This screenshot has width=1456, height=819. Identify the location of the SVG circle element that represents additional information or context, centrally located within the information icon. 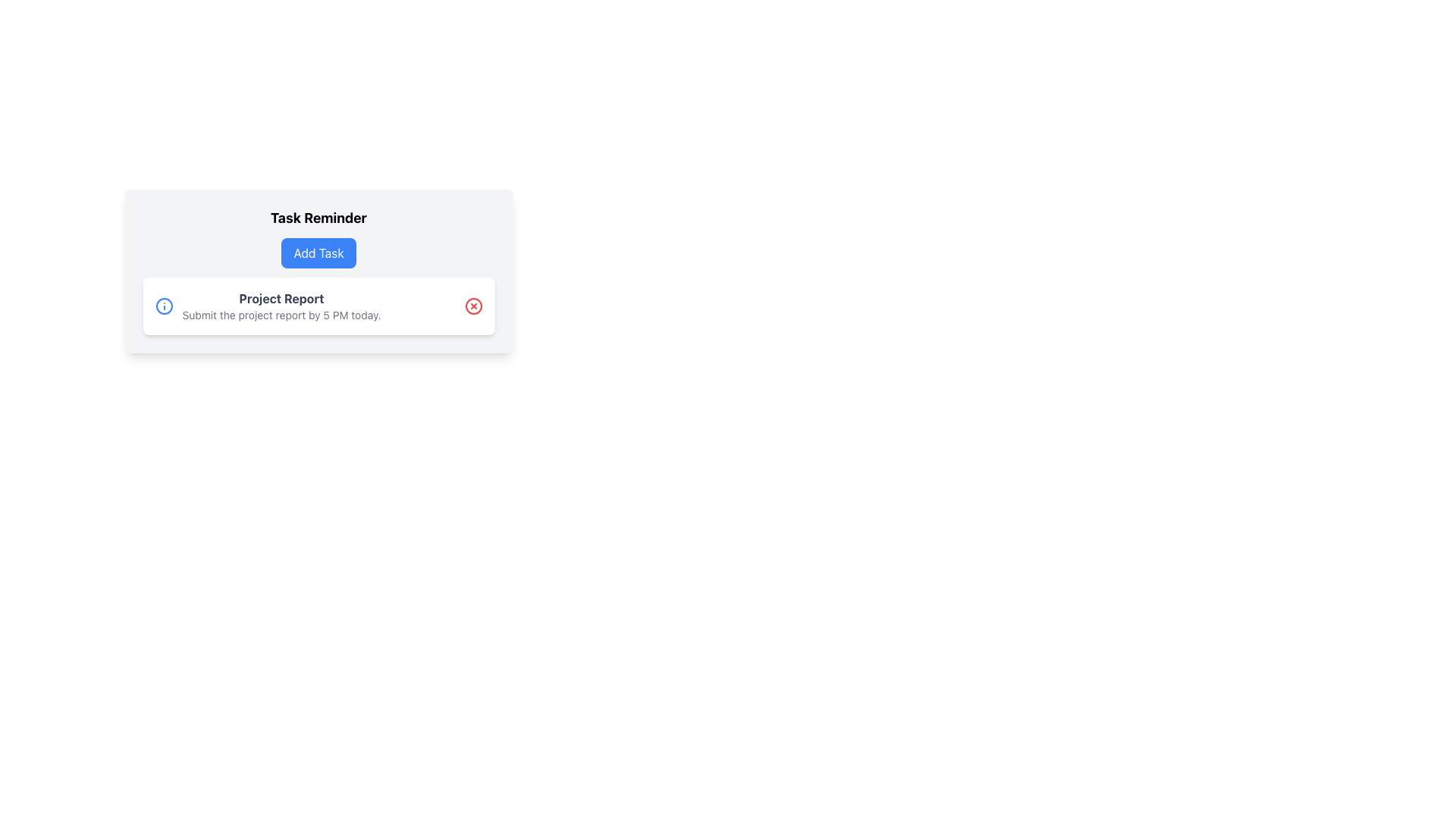
(164, 306).